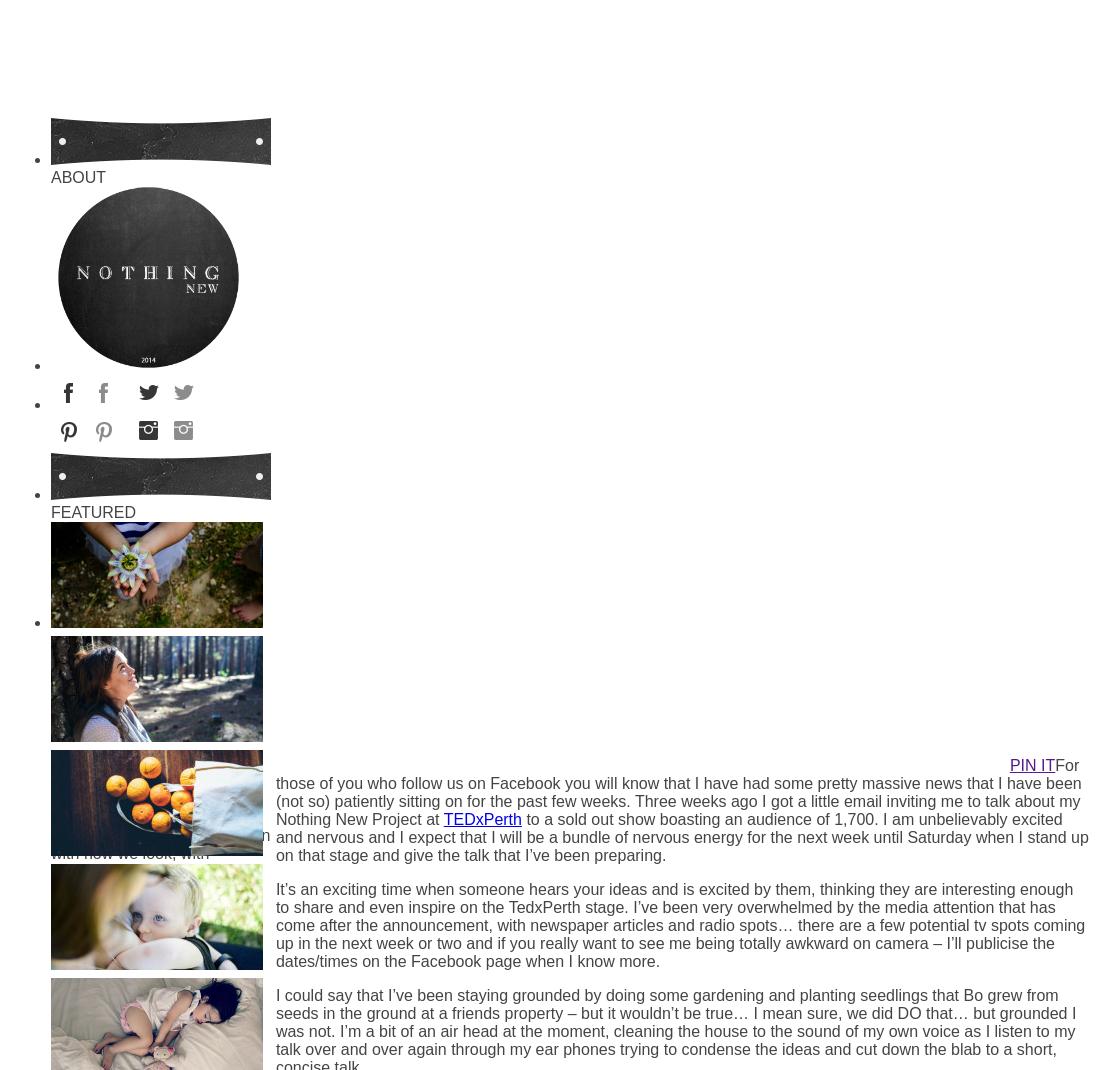 This screenshot has height=1070, width=1100. I want to click on 'There has been a lot of noise lately. A lot of it', so click(50, 708).